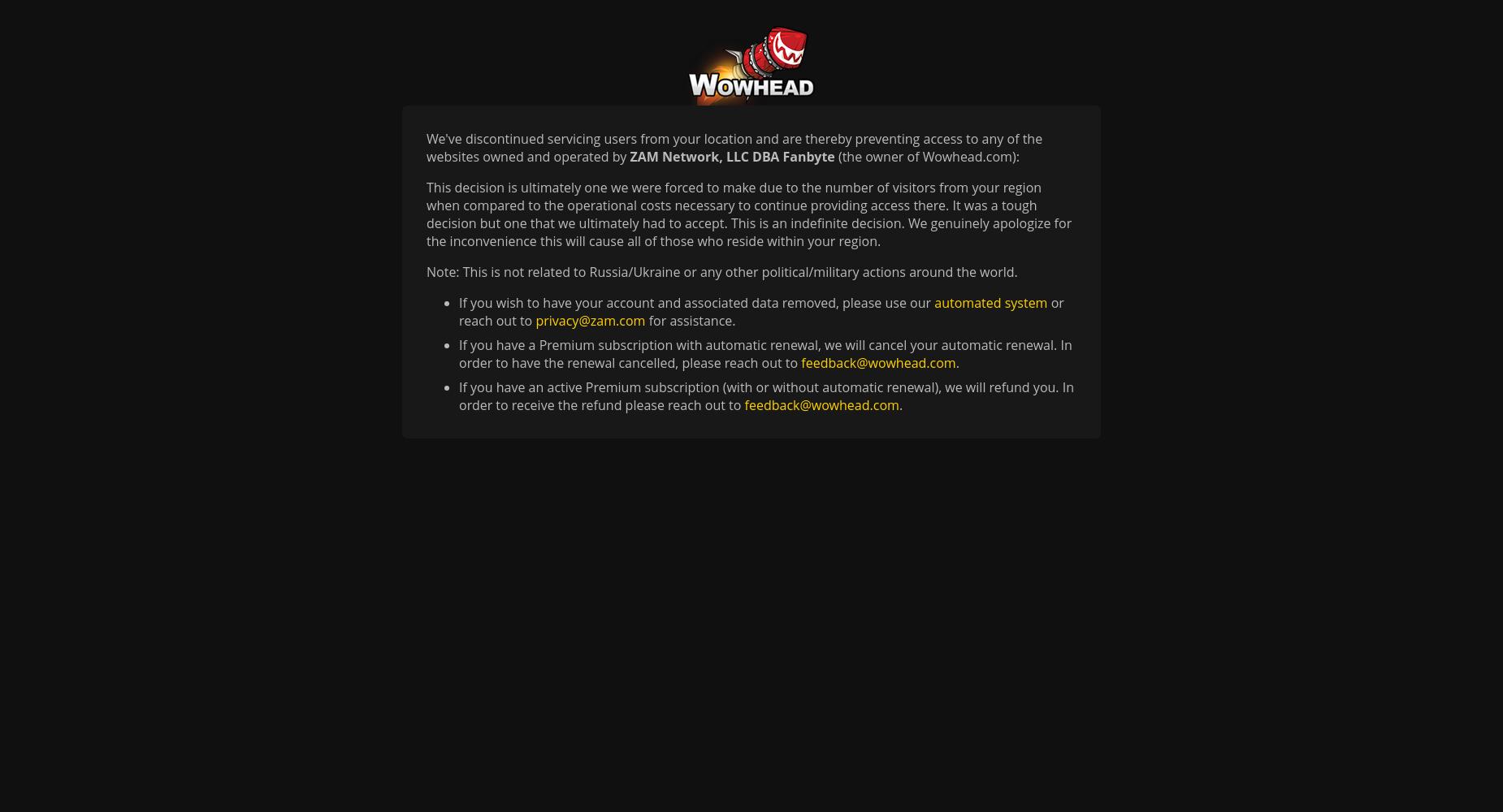  What do you see at coordinates (765, 395) in the screenshot?
I see `'If you have an active Premium subscription (with or without automatic renewal), we will refund you. In order to receive the refund please reach out to'` at bounding box center [765, 395].